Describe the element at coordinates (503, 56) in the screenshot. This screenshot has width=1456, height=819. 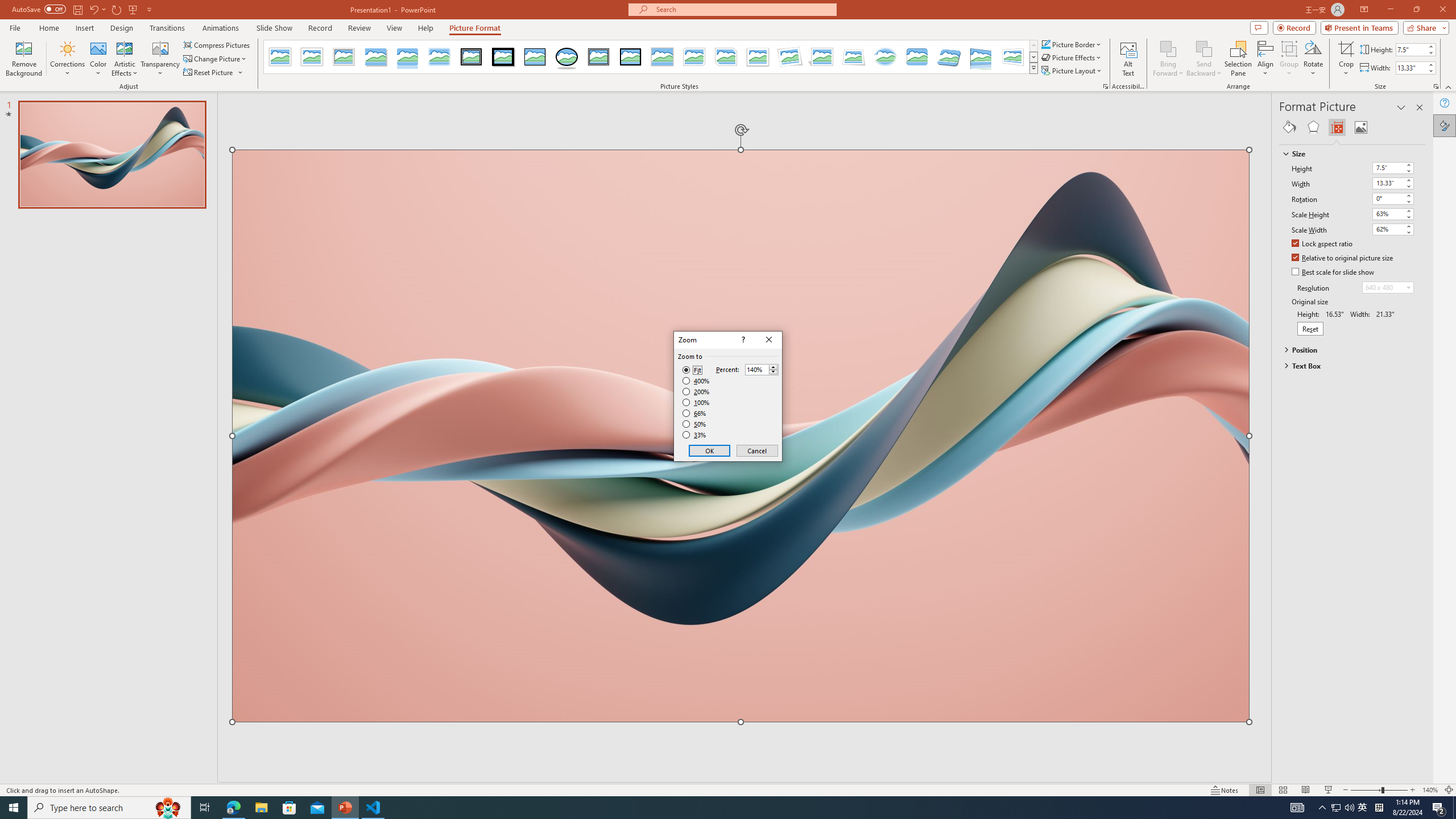
I see `'Thick Matte, Black'` at that location.